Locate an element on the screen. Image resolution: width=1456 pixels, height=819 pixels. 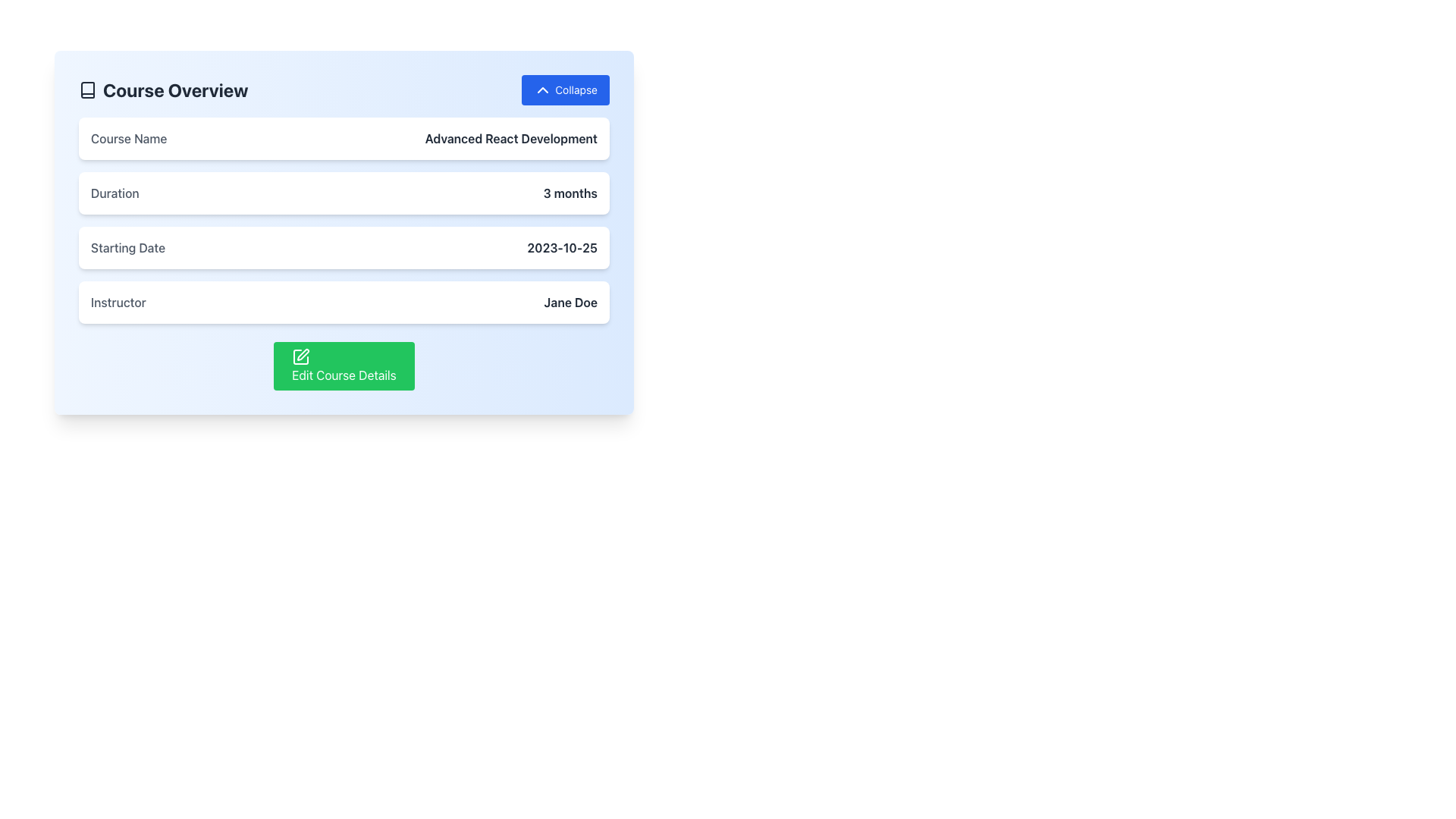
the green pen icon located to the left of the 'Edit Course Details' button is located at coordinates (301, 356).